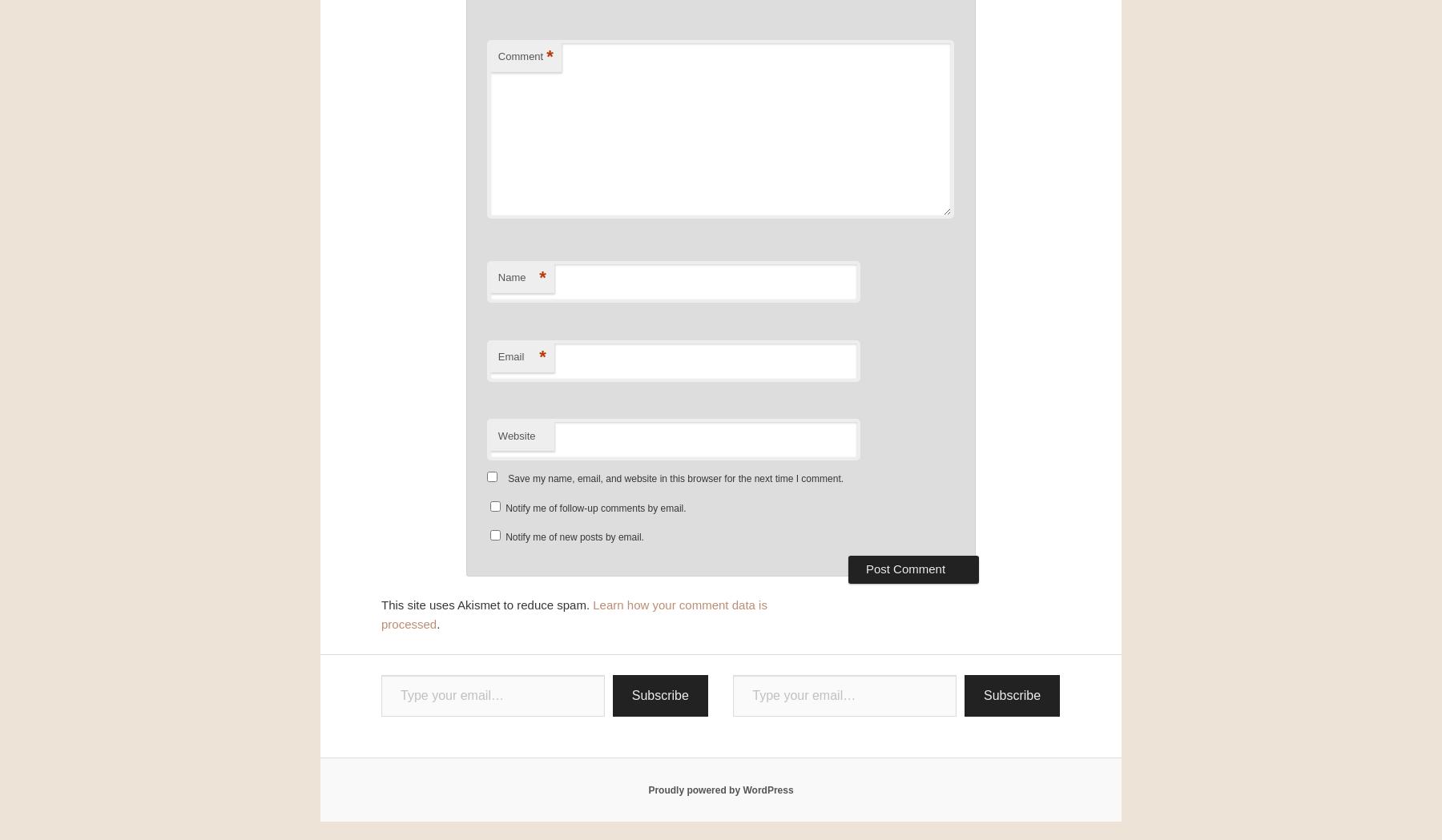 This screenshot has height=840, width=1442. What do you see at coordinates (647, 788) in the screenshot?
I see `'Proudly powered by WordPress'` at bounding box center [647, 788].